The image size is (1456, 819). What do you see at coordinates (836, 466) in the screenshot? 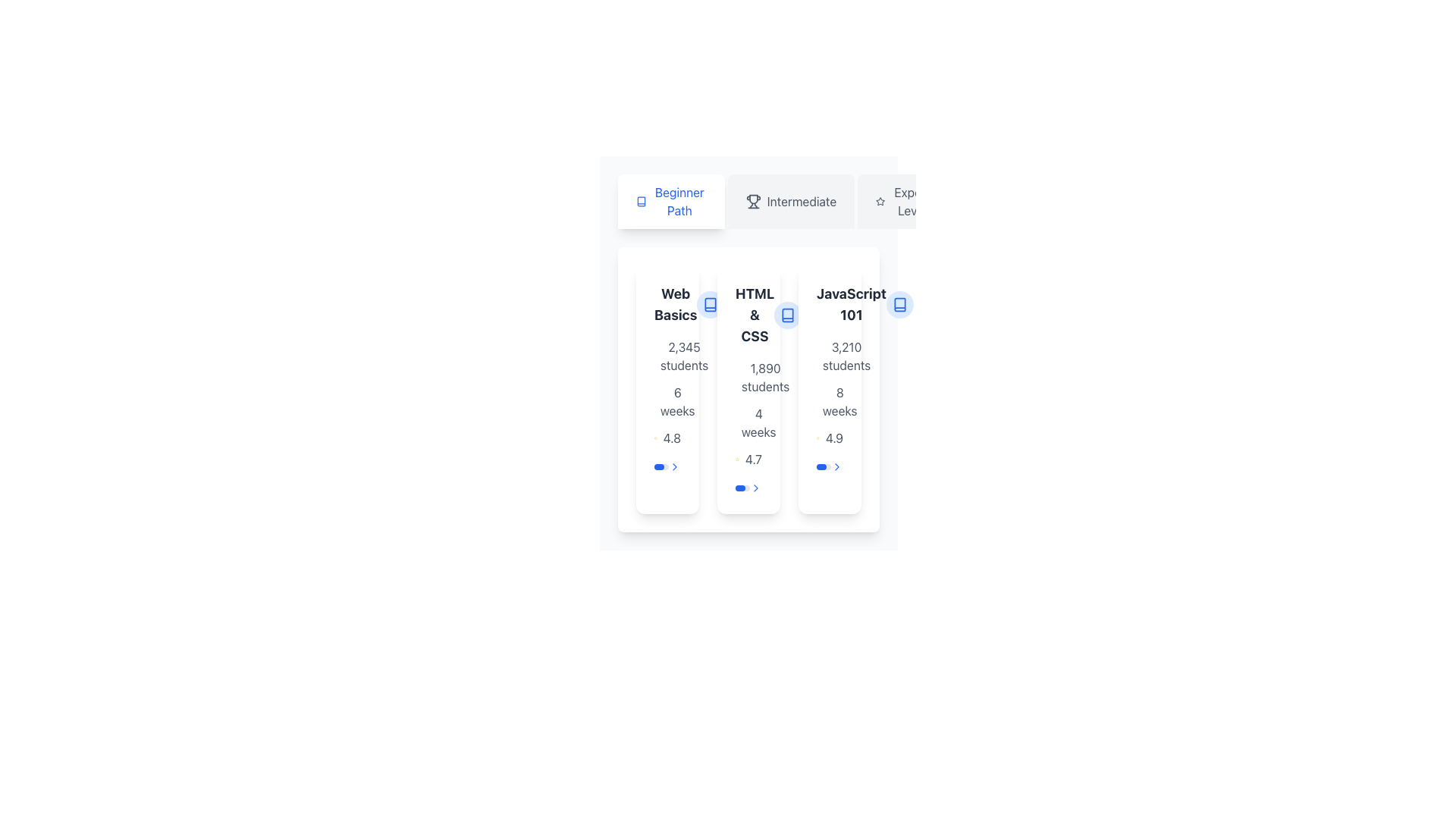
I see `the blue chevron-shaped arrow icon located at the bottom-right of the 'JavaScript 101' course card` at bounding box center [836, 466].